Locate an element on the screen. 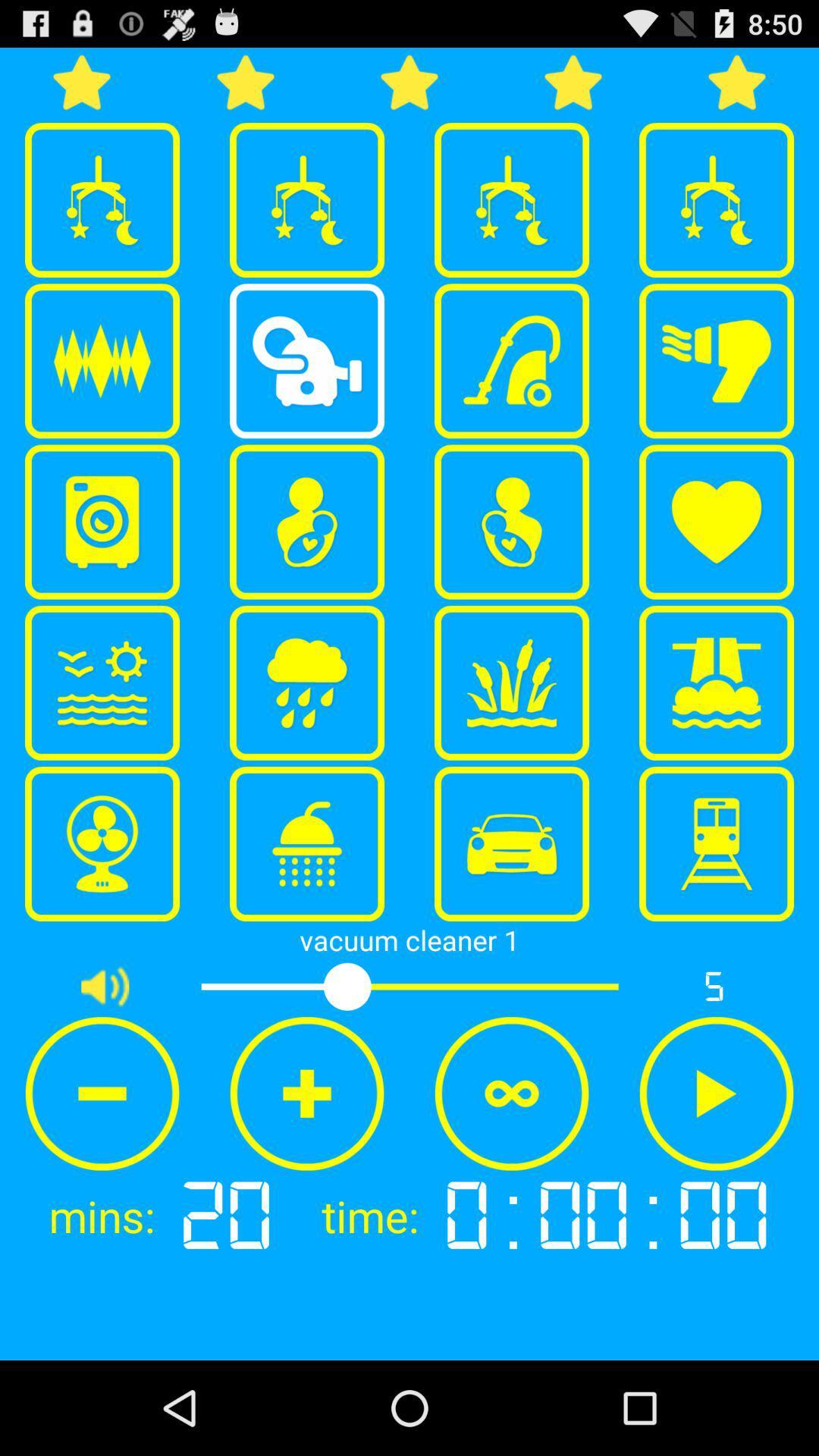  the app above the vacuum cleaner 1 is located at coordinates (102, 843).